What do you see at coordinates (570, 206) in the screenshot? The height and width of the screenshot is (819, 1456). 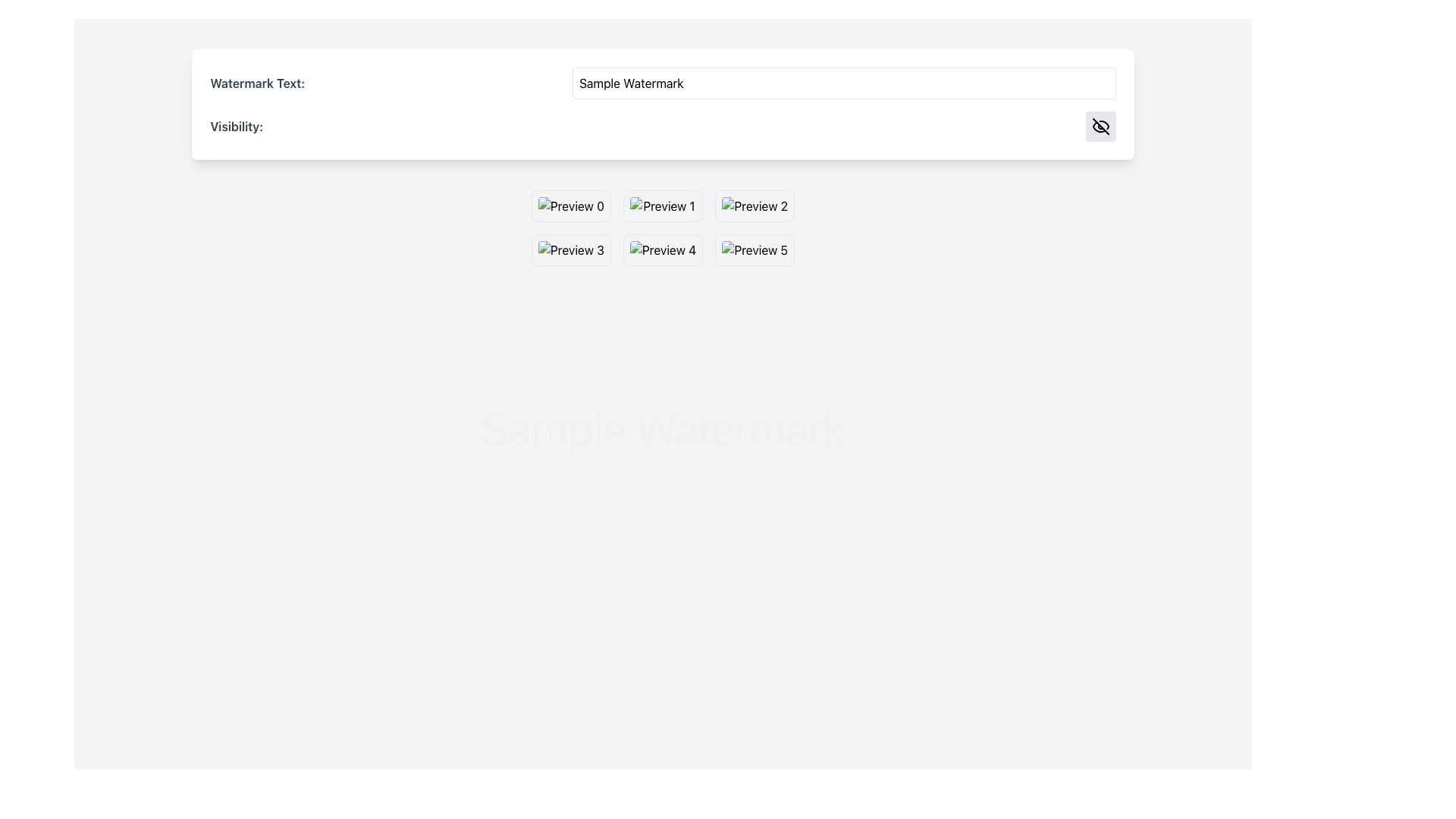 I see `the first selectable preview item` at bounding box center [570, 206].